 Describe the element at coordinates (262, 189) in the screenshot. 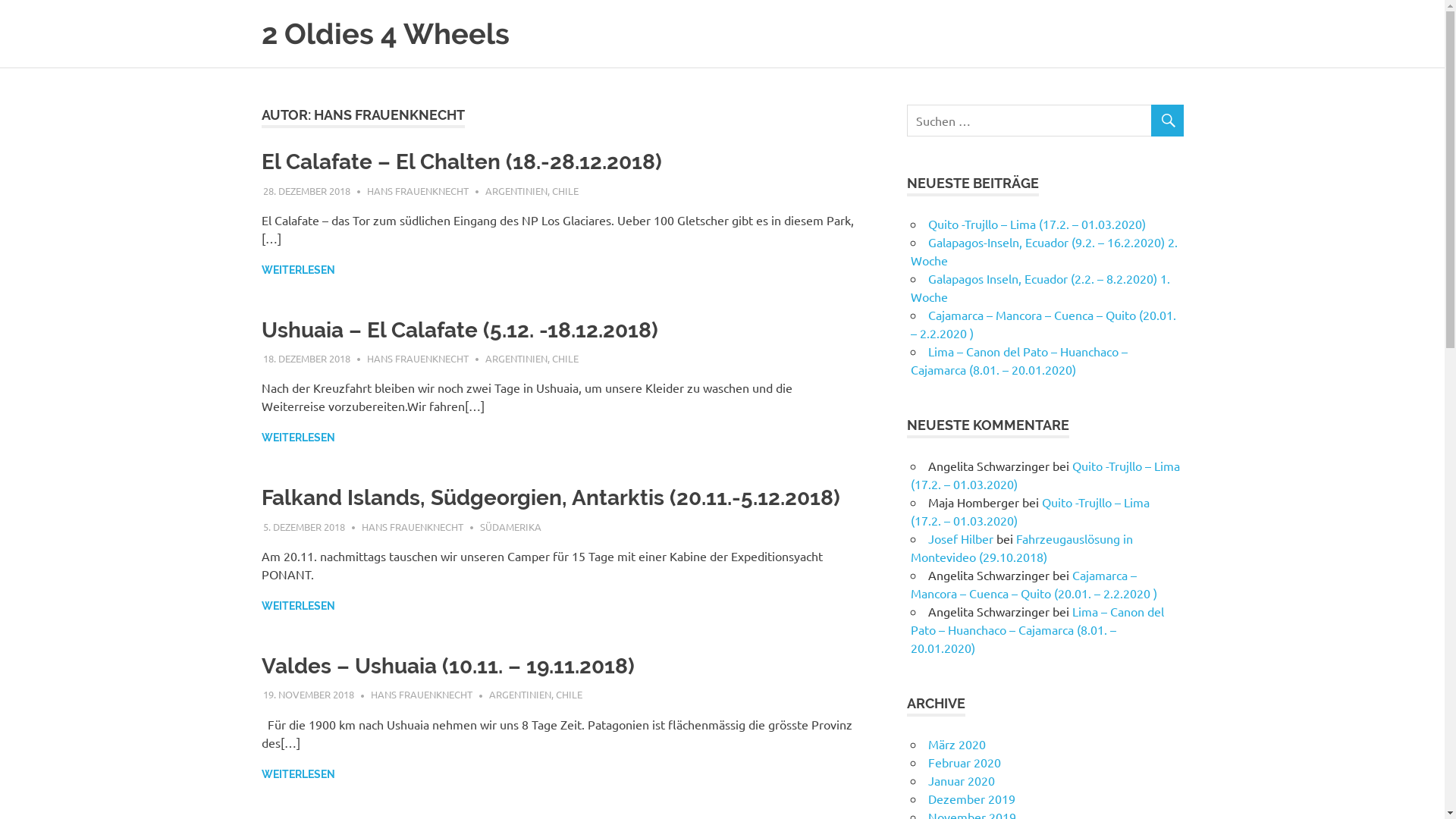

I see `'28. DEZEMBER 2018'` at that location.